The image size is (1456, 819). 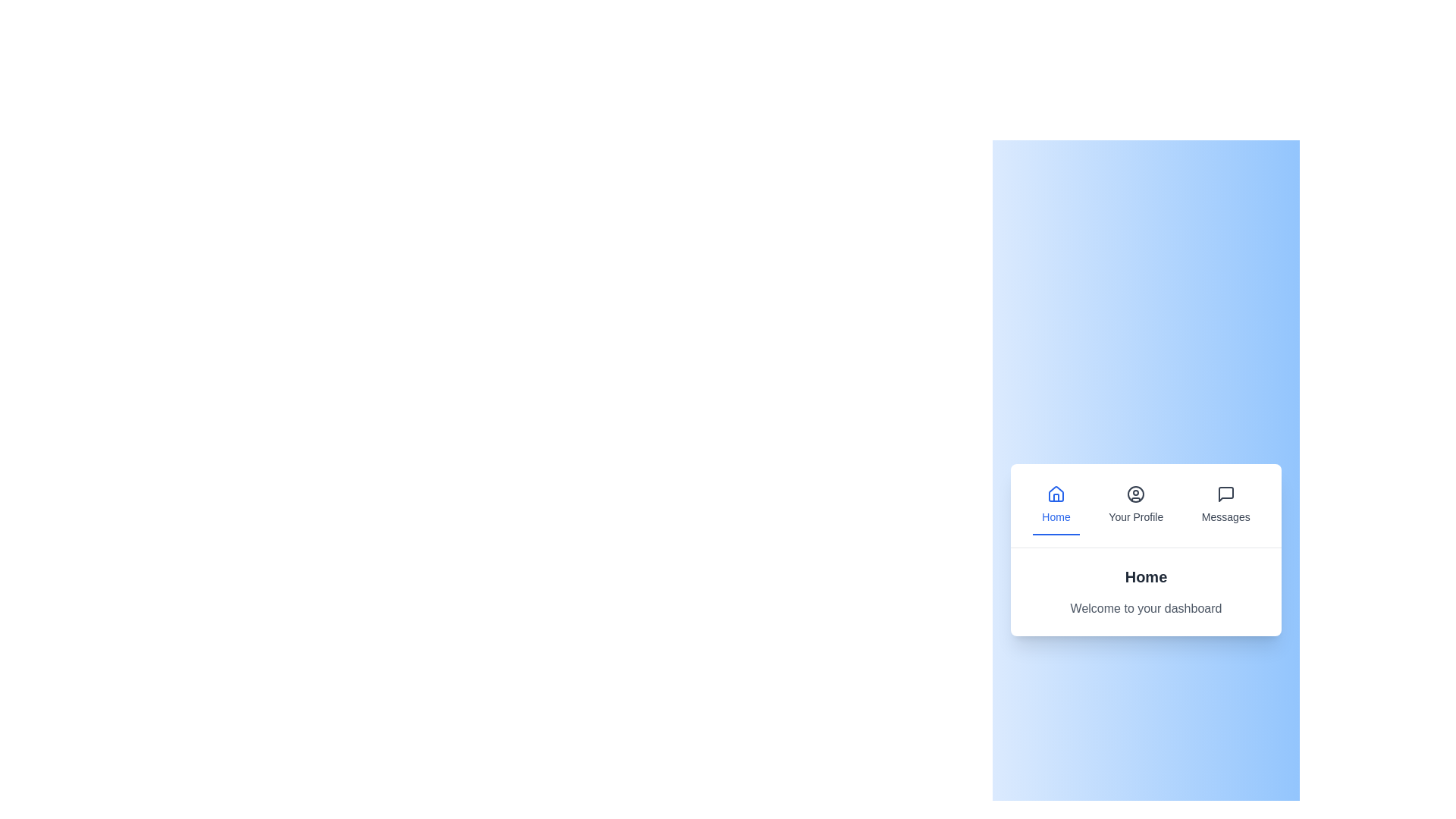 I want to click on the 'Home' tab to inspect its visual state, so click(x=1055, y=505).